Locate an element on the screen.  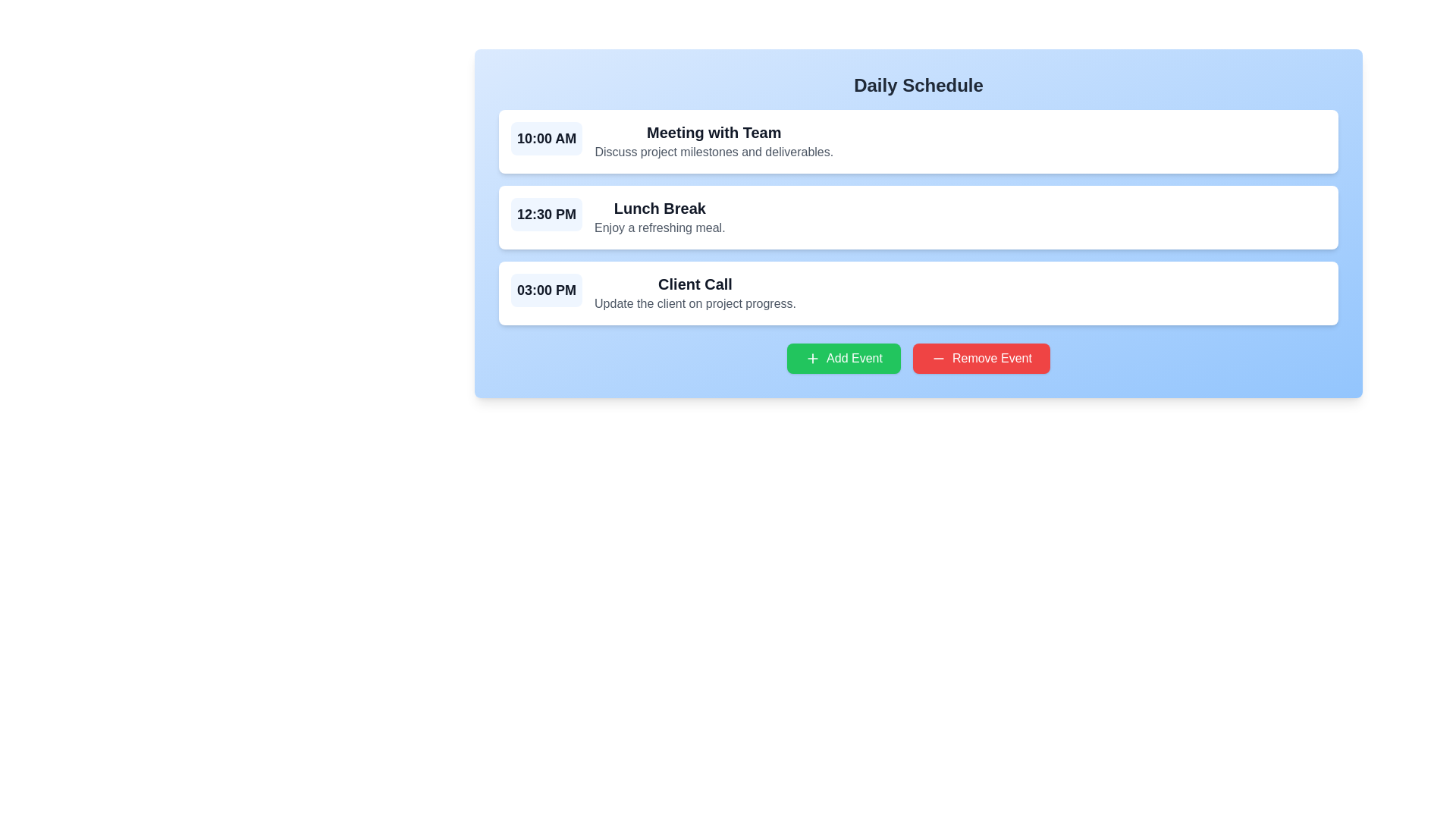
the button located below the schedule entries, which allows users is located at coordinates (843, 359).